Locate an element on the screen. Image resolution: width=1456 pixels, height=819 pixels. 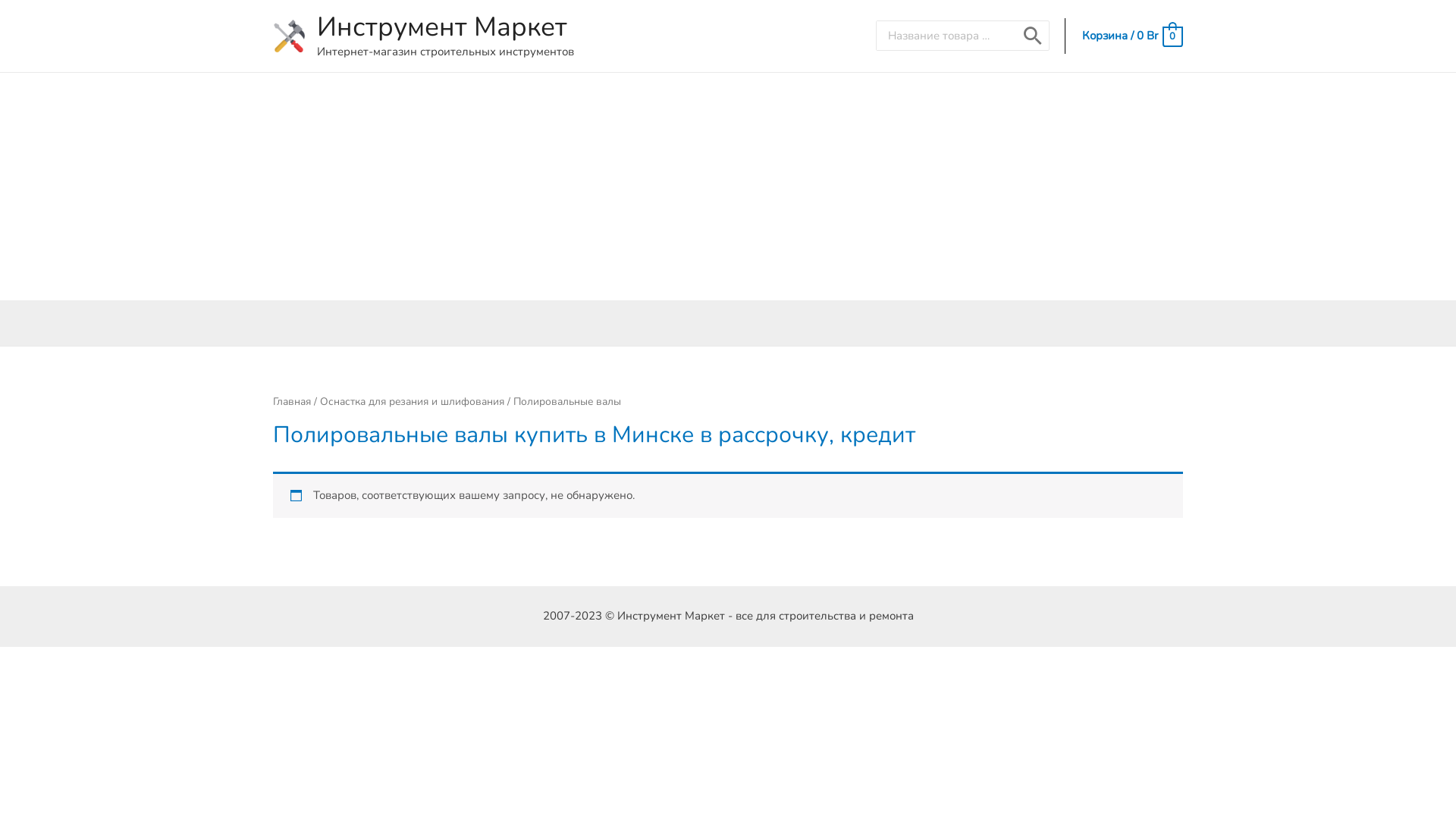
'Advertisement' is located at coordinates (728, 186).